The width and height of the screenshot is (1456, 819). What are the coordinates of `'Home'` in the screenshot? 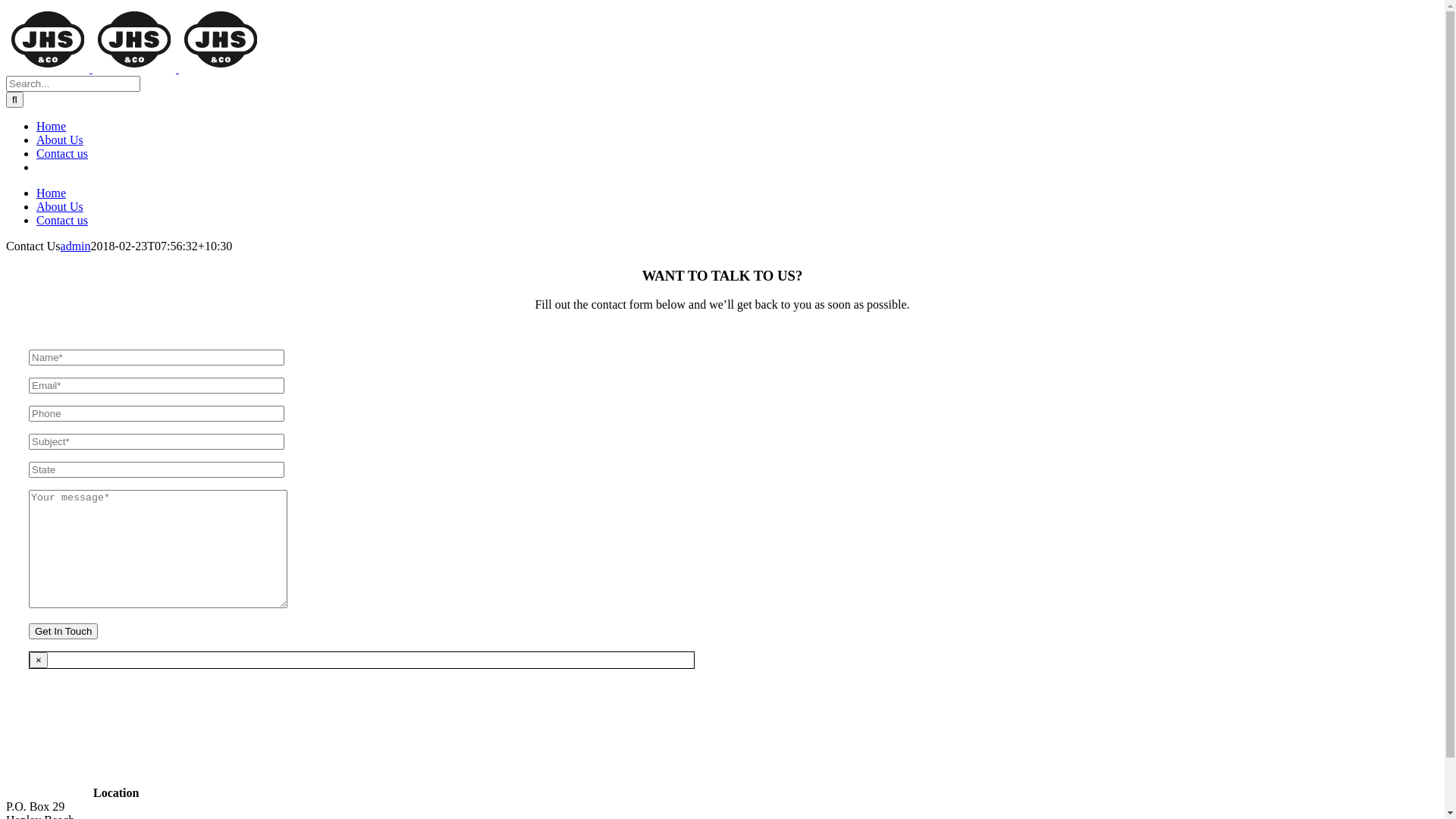 It's located at (51, 192).